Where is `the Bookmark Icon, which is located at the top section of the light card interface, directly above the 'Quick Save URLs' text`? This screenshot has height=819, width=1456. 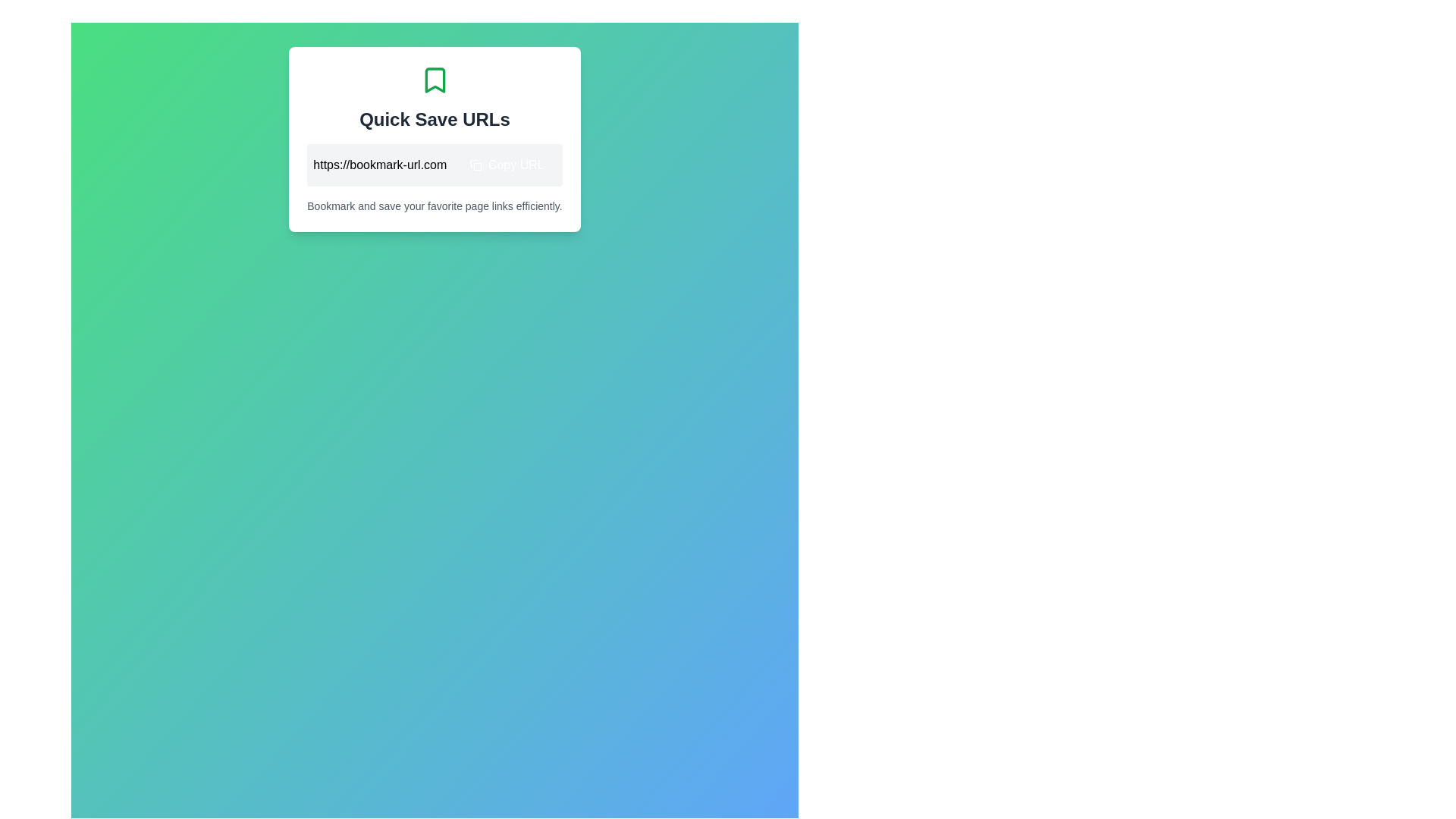
the Bookmark Icon, which is located at the top section of the light card interface, directly above the 'Quick Save URLs' text is located at coordinates (434, 80).